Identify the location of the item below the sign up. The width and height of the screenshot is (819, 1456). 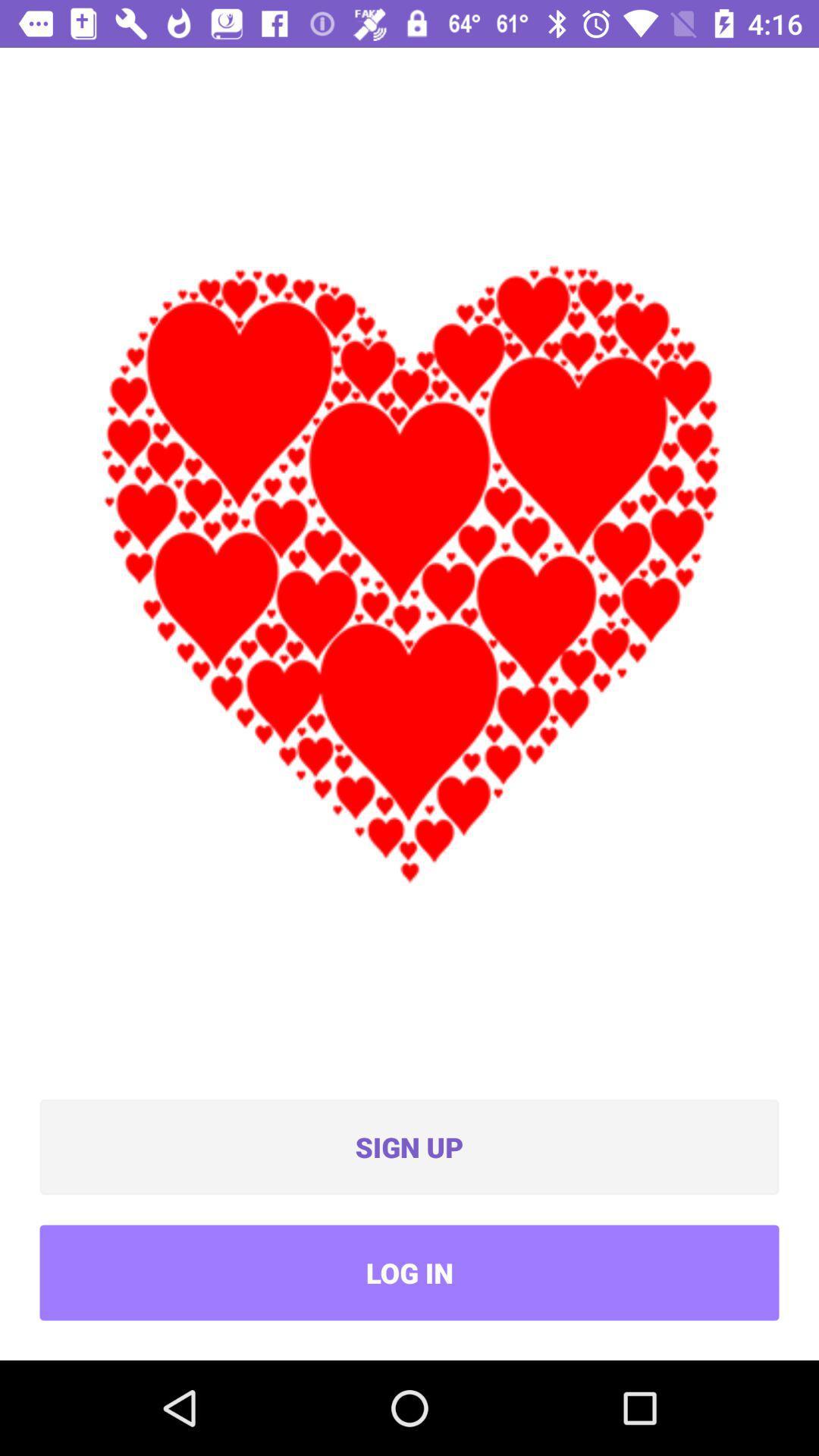
(409, 1272).